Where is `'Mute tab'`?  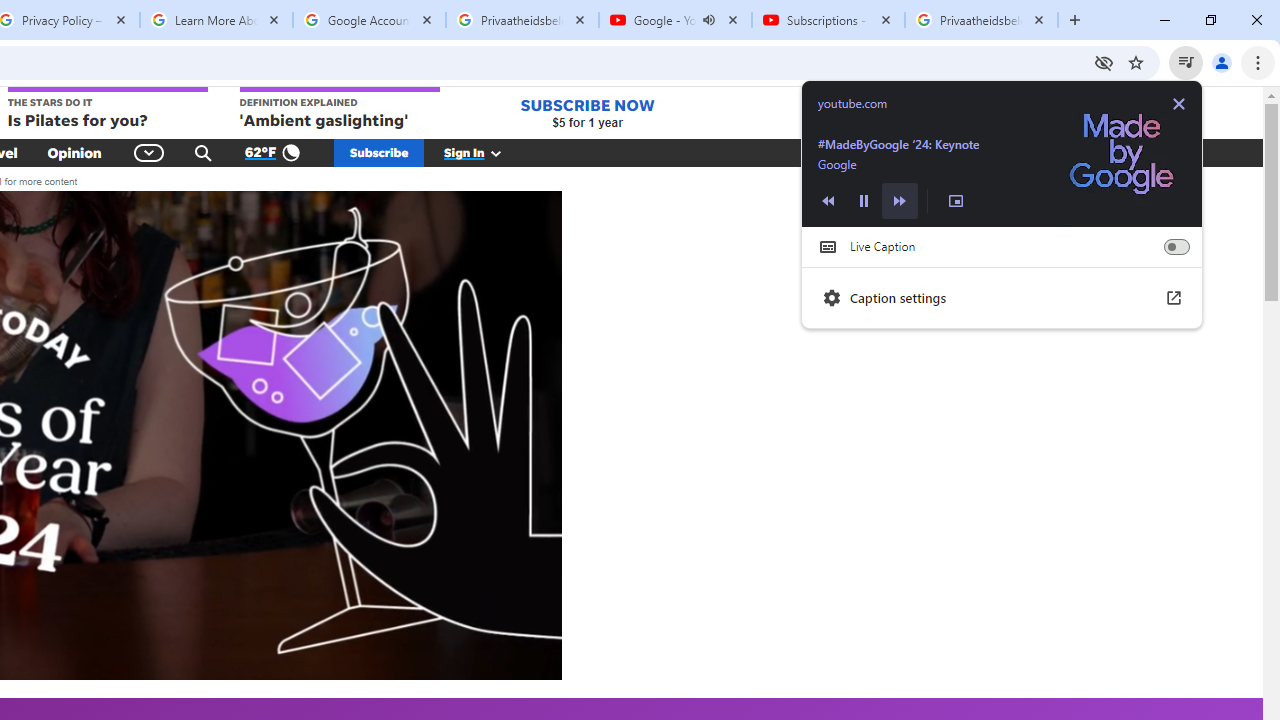
'Mute tab' is located at coordinates (709, 20).